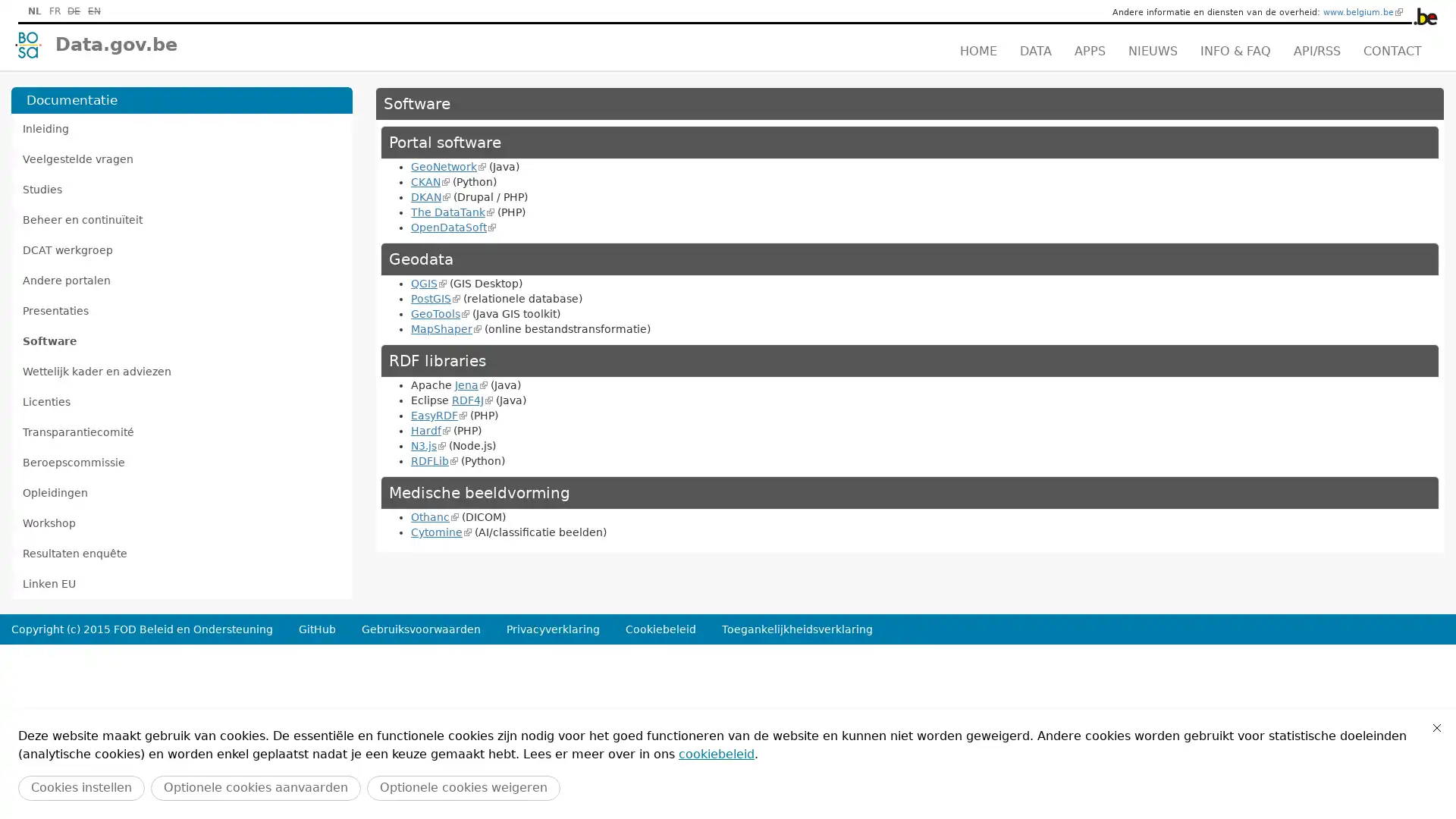 The width and height of the screenshot is (1456, 819). Describe the element at coordinates (80, 787) in the screenshot. I see `Cookies instellen` at that location.